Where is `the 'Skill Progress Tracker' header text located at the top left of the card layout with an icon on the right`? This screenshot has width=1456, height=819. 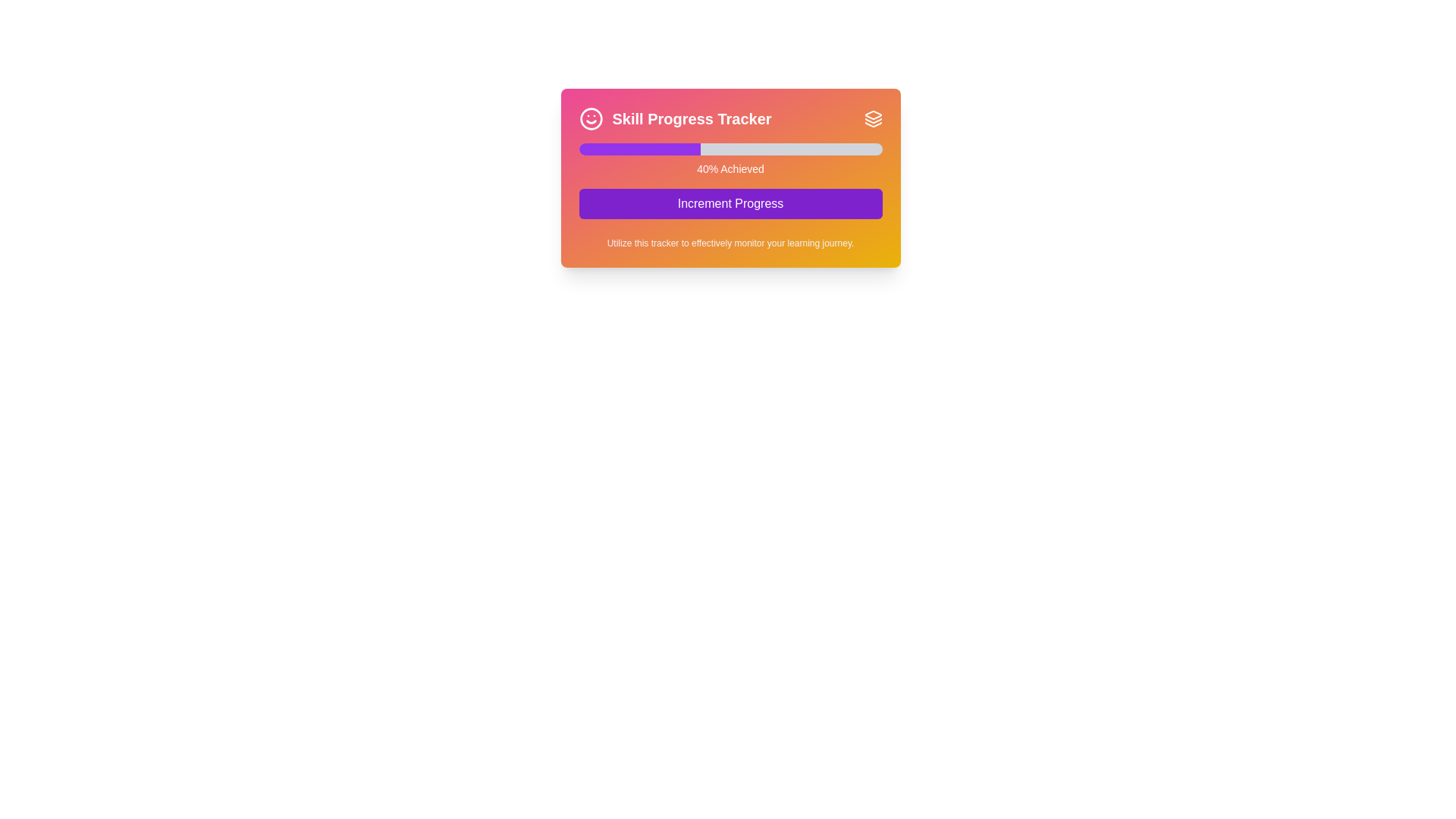 the 'Skill Progress Tracker' header text located at the top left of the card layout with an icon on the right is located at coordinates (674, 118).